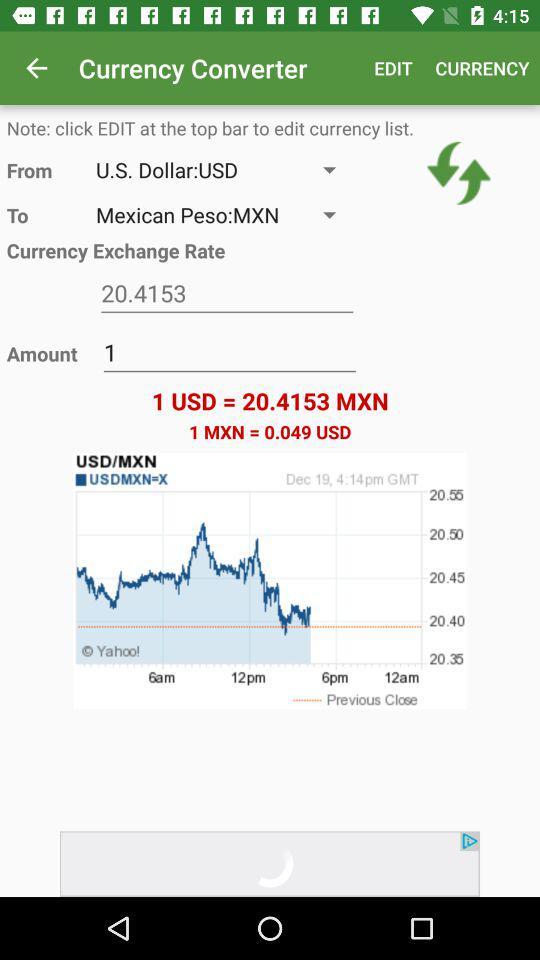 The image size is (540, 960). I want to click on reverse currency exchange, so click(459, 172).